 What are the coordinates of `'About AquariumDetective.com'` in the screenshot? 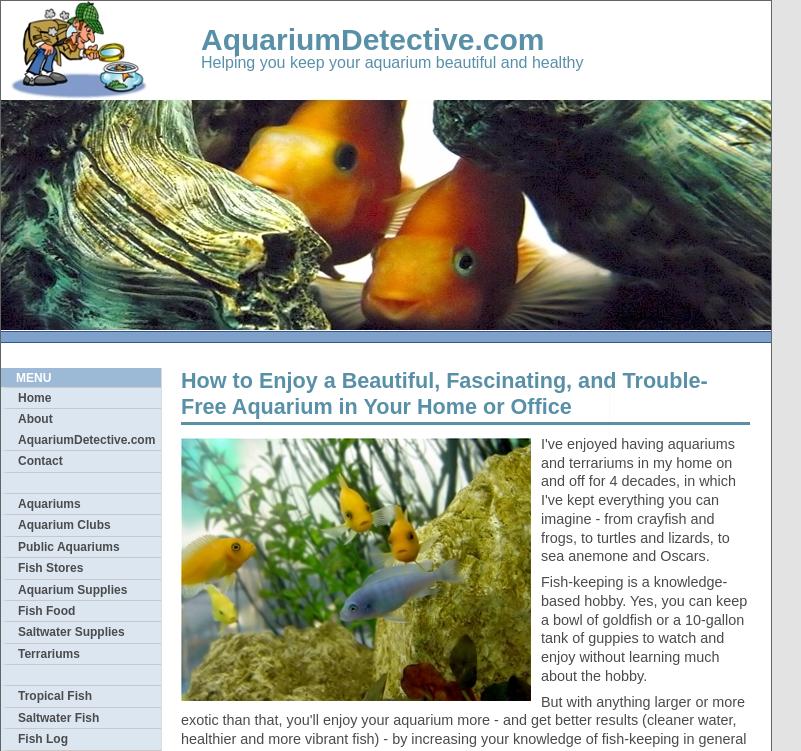 It's located at (86, 427).